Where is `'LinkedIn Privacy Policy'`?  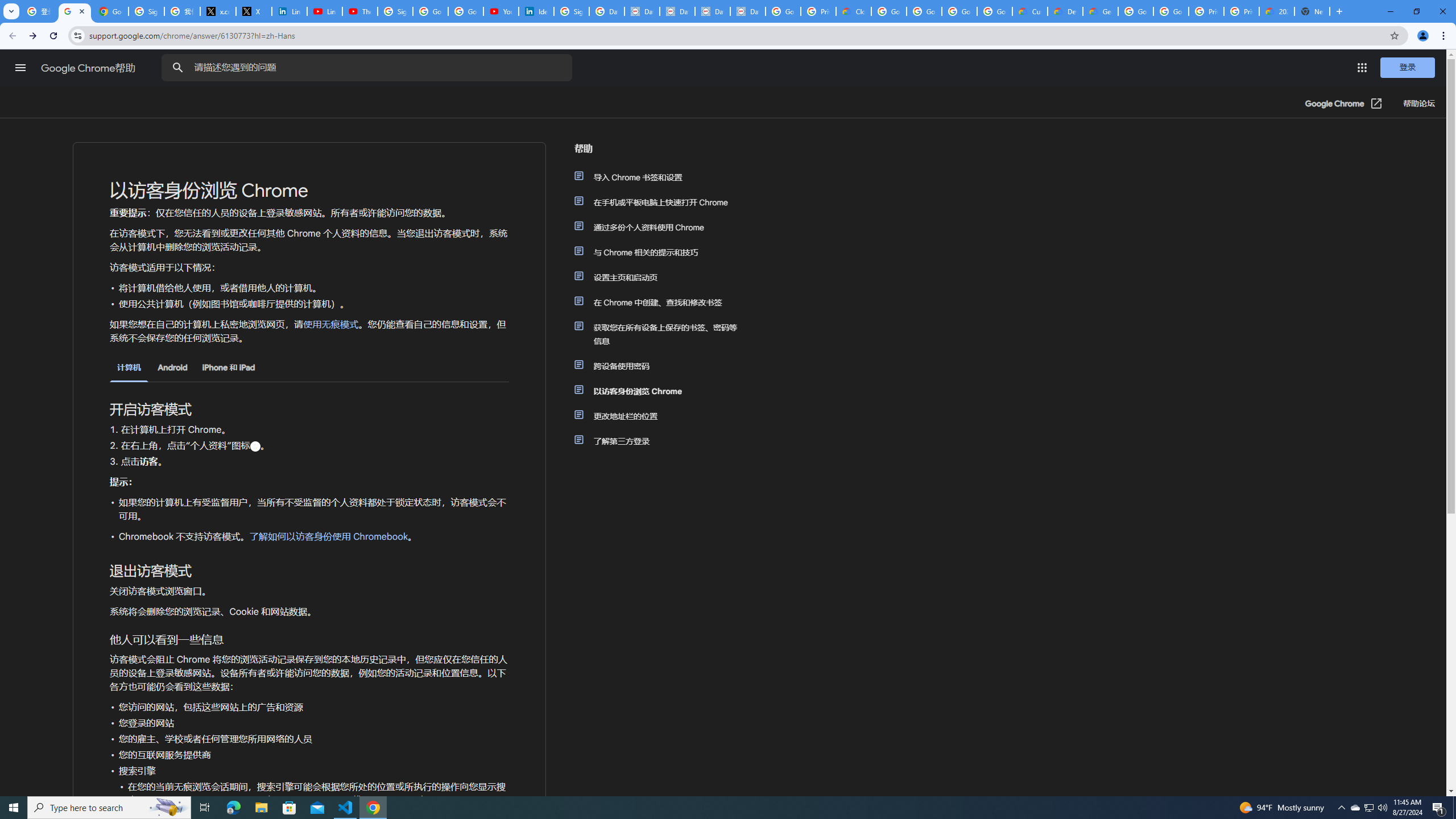
'LinkedIn Privacy Policy' is located at coordinates (288, 11).